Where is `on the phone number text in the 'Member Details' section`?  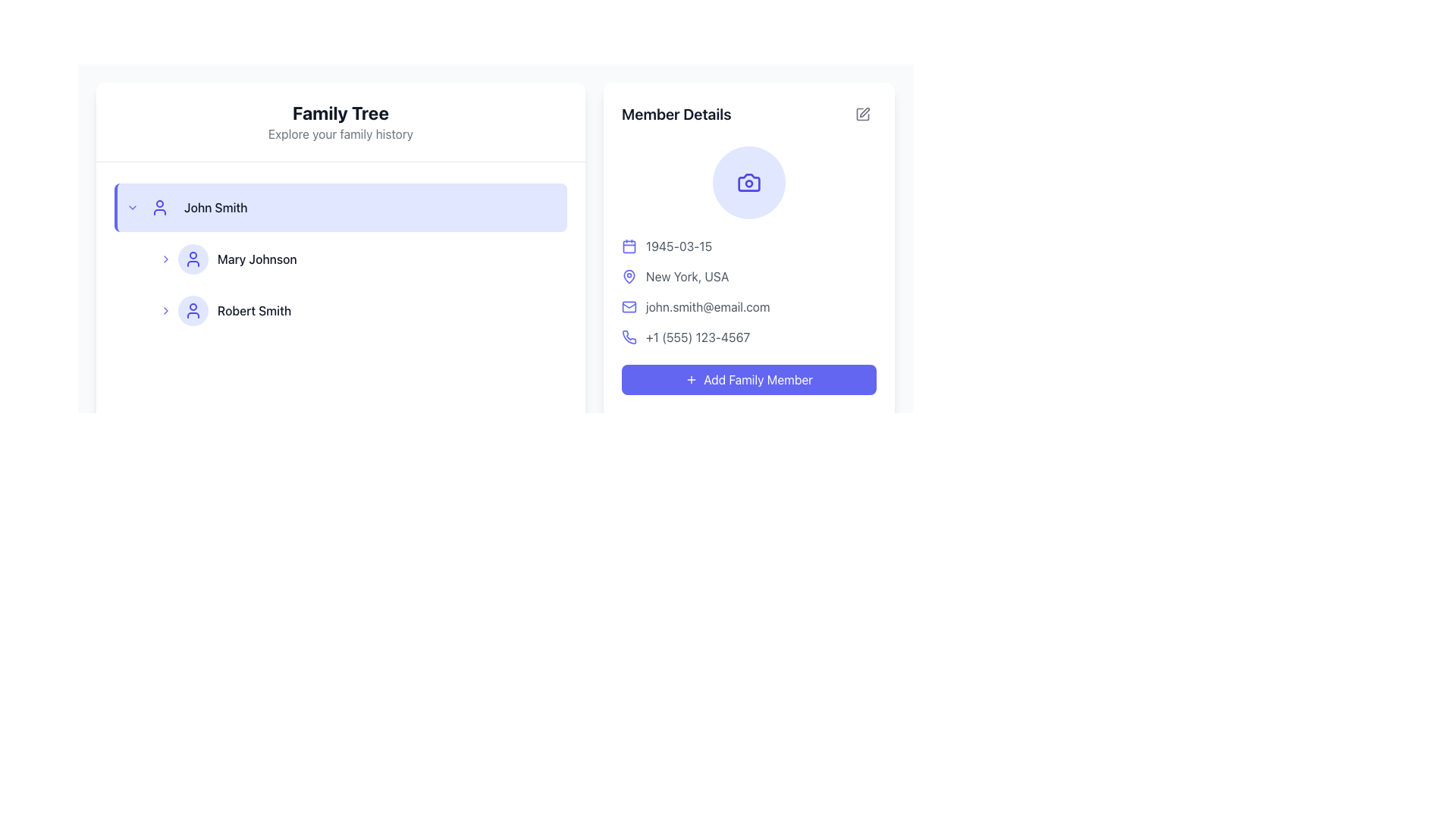
on the phone number text in the 'Member Details' section is located at coordinates (697, 336).